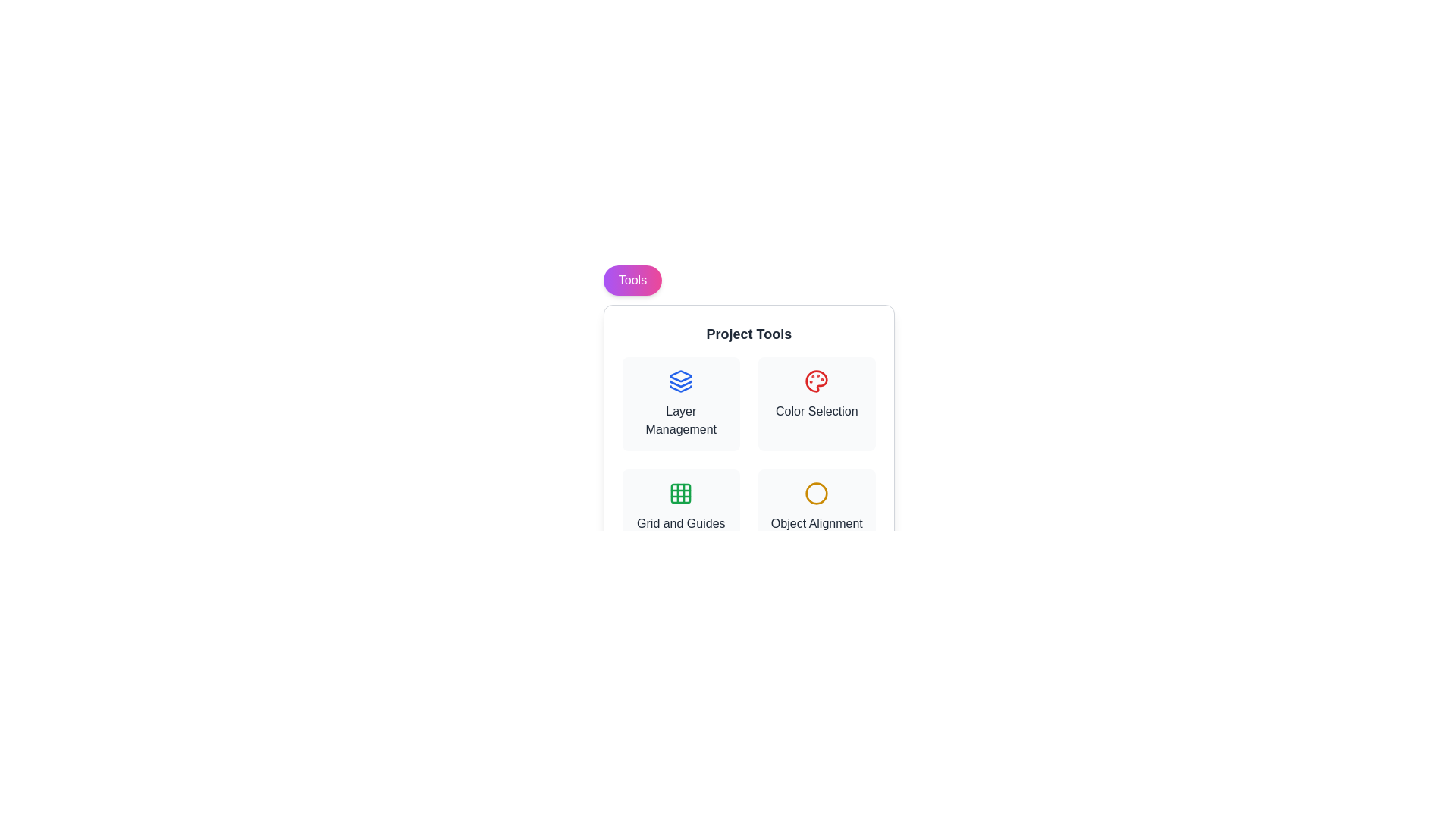 This screenshot has width=1456, height=819. I want to click on the 'Color Selection' button in the top-right cell of the grid layout, so click(816, 403).